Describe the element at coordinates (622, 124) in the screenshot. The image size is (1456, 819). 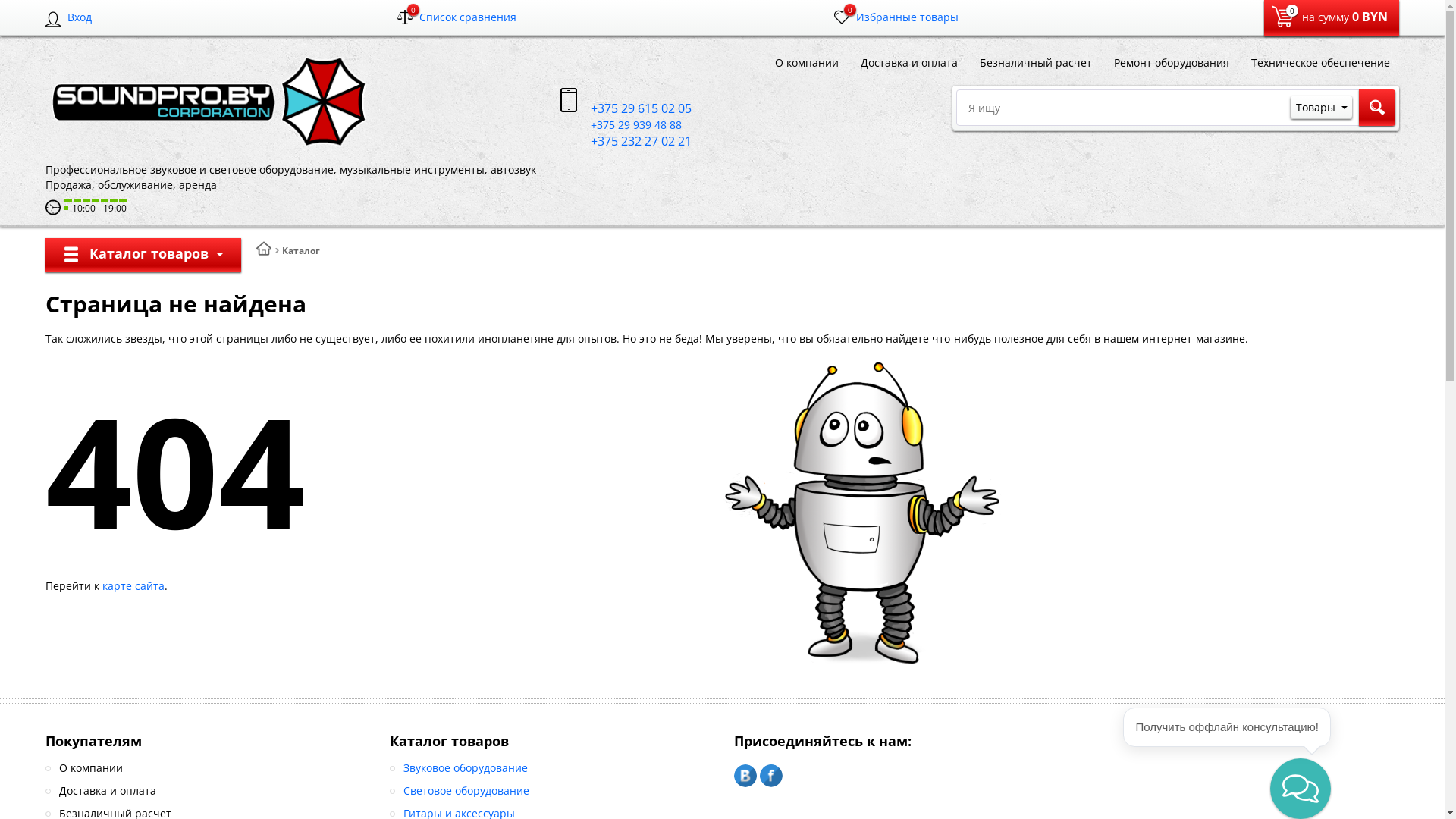
I see `'          +375 29 939 48 88 '` at that location.